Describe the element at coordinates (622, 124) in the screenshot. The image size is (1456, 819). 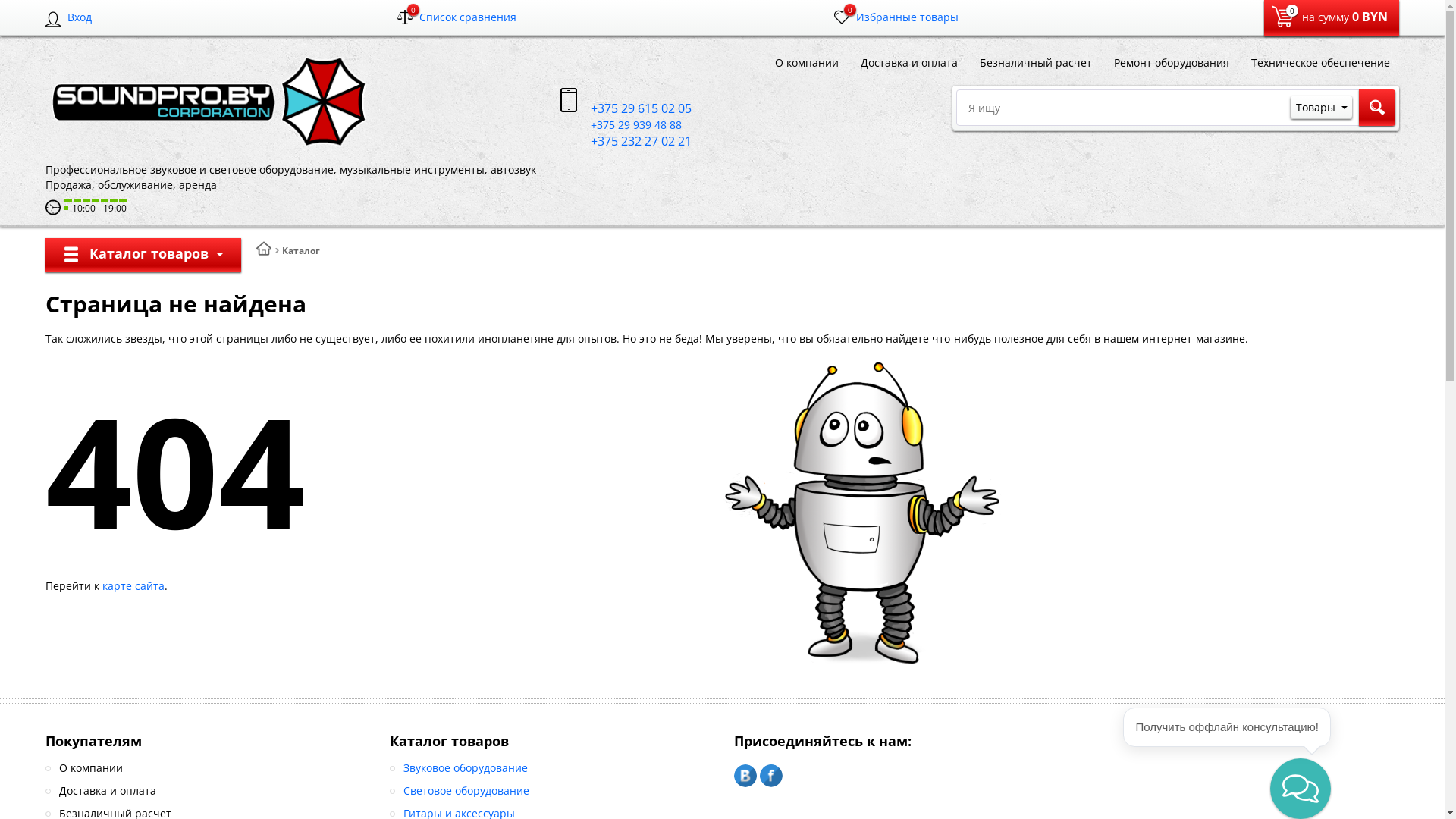
I see `'          +375 29 939 48 88 '` at that location.